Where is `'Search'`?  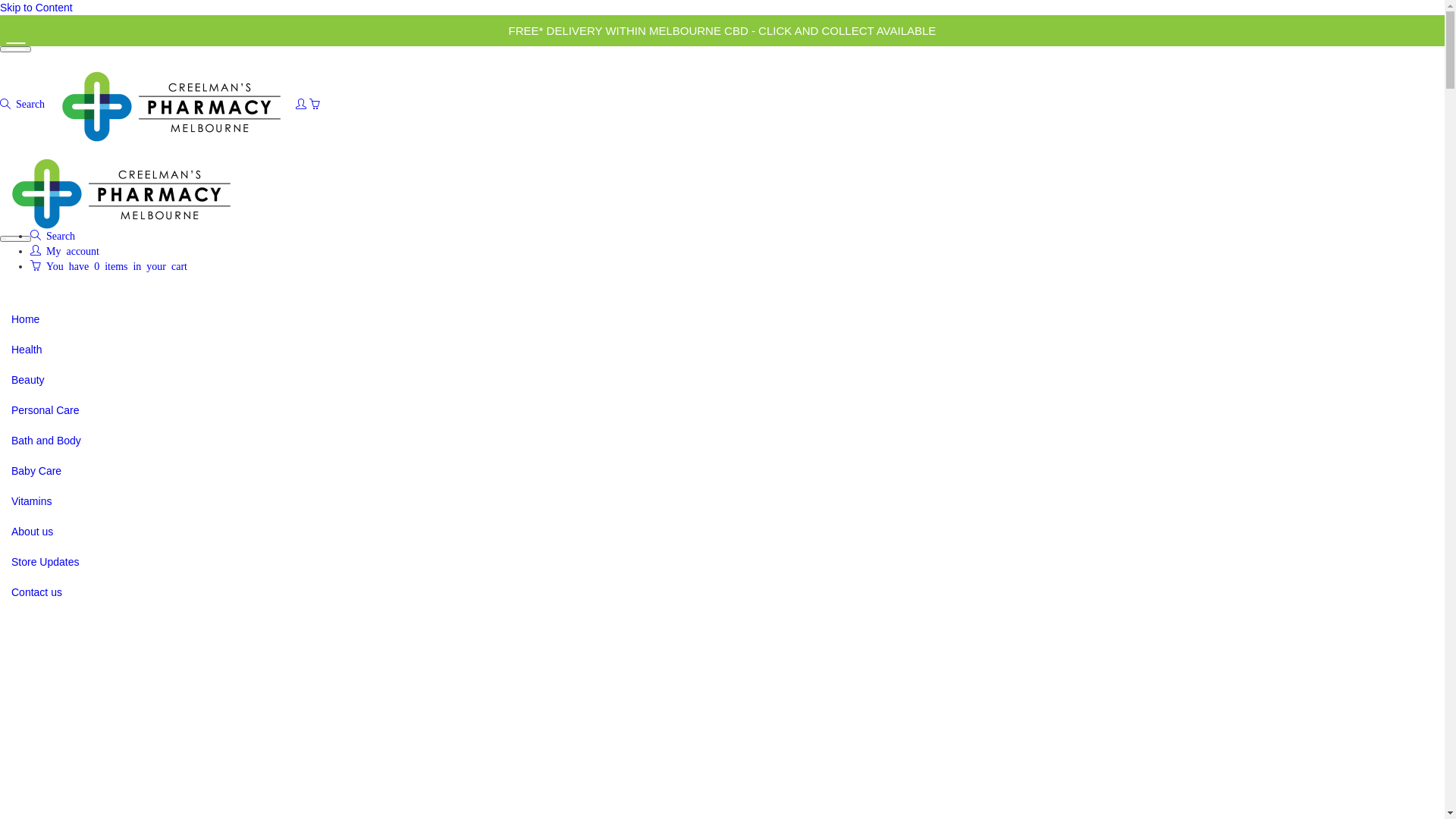
'Search' is located at coordinates (25, 103).